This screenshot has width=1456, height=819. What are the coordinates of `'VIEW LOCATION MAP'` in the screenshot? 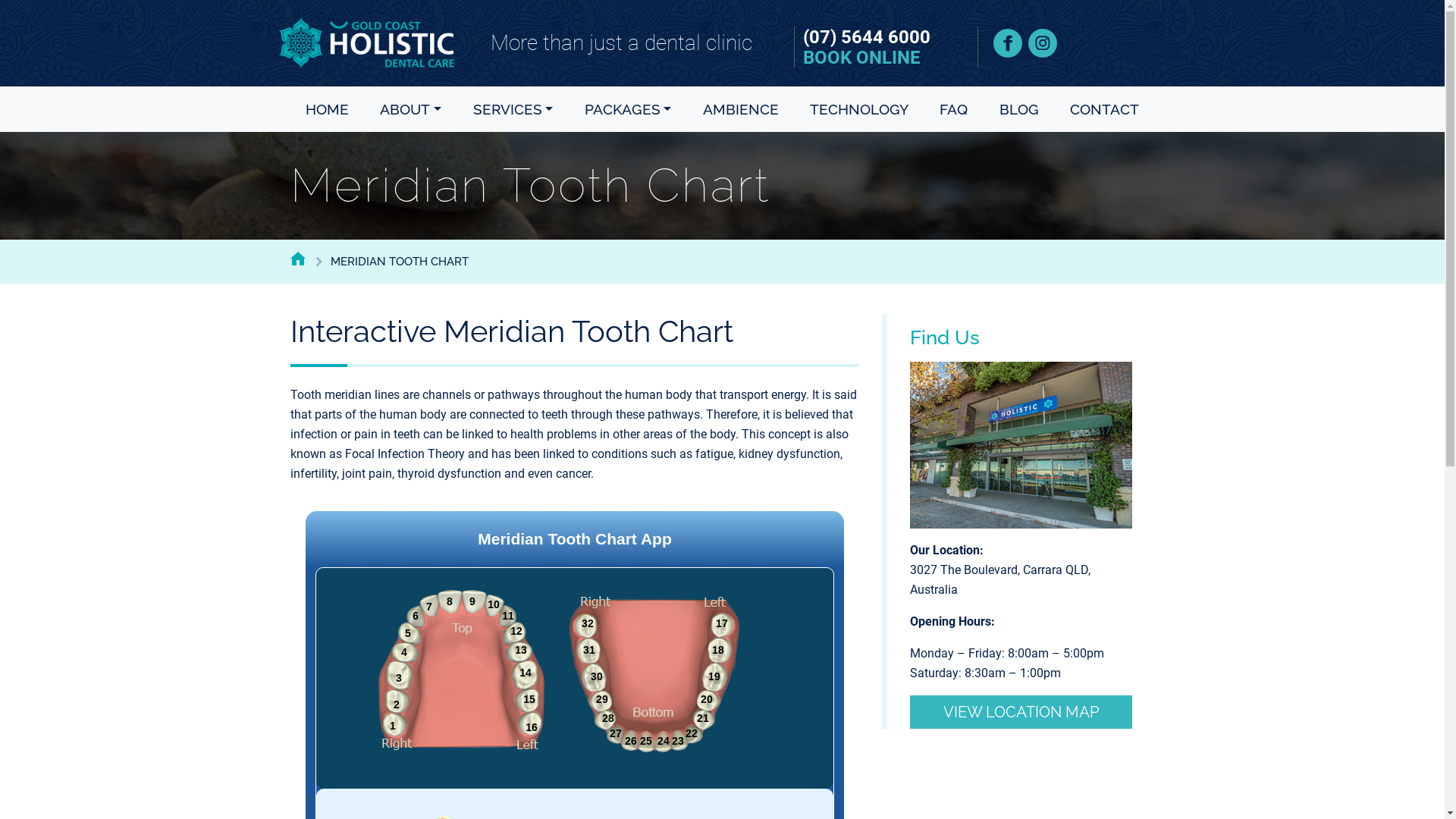 It's located at (1021, 711).